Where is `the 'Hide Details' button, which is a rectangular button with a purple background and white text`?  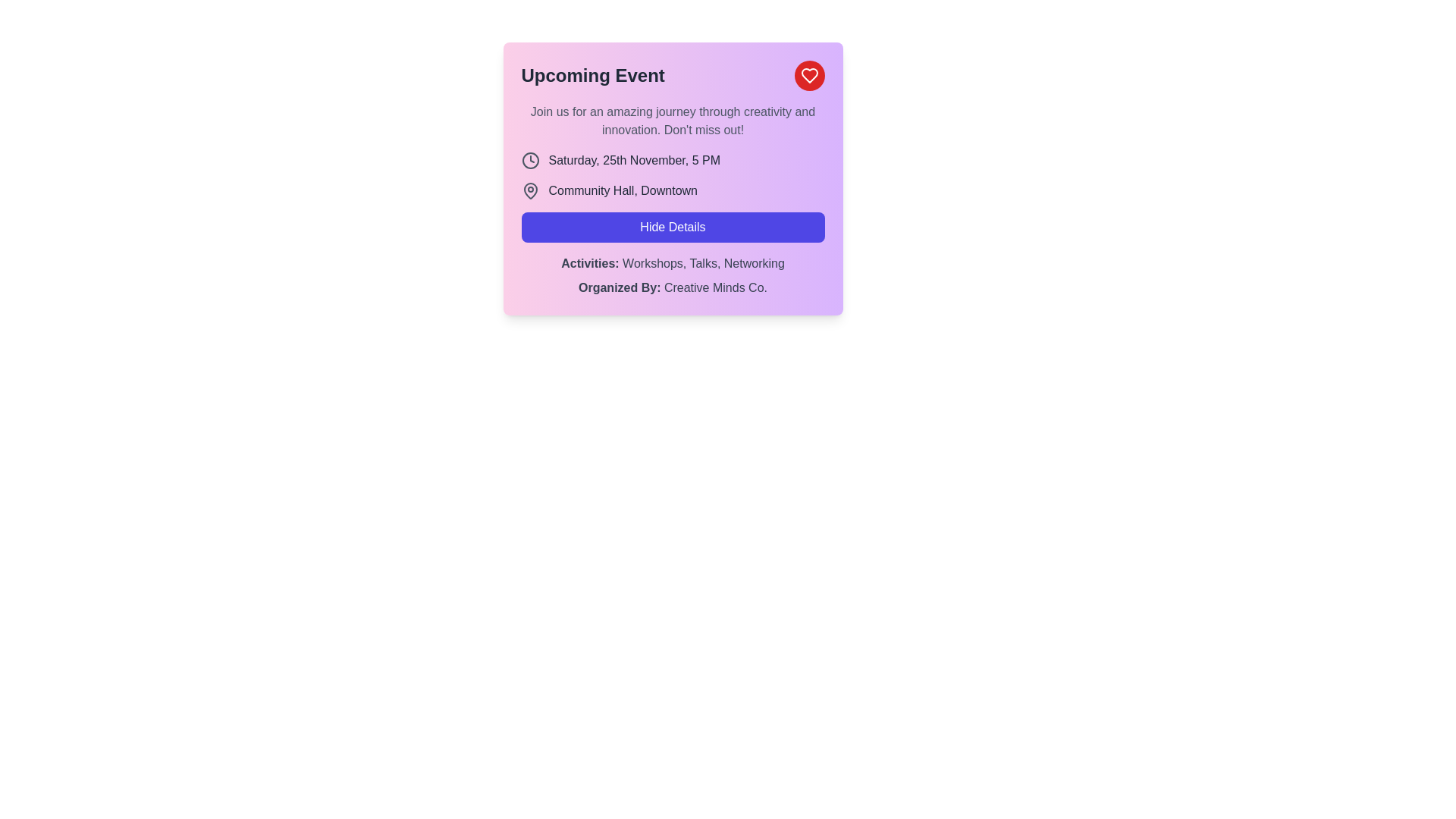
the 'Hide Details' button, which is a rectangular button with a purple background and white text is located at coordinates (672, 227).